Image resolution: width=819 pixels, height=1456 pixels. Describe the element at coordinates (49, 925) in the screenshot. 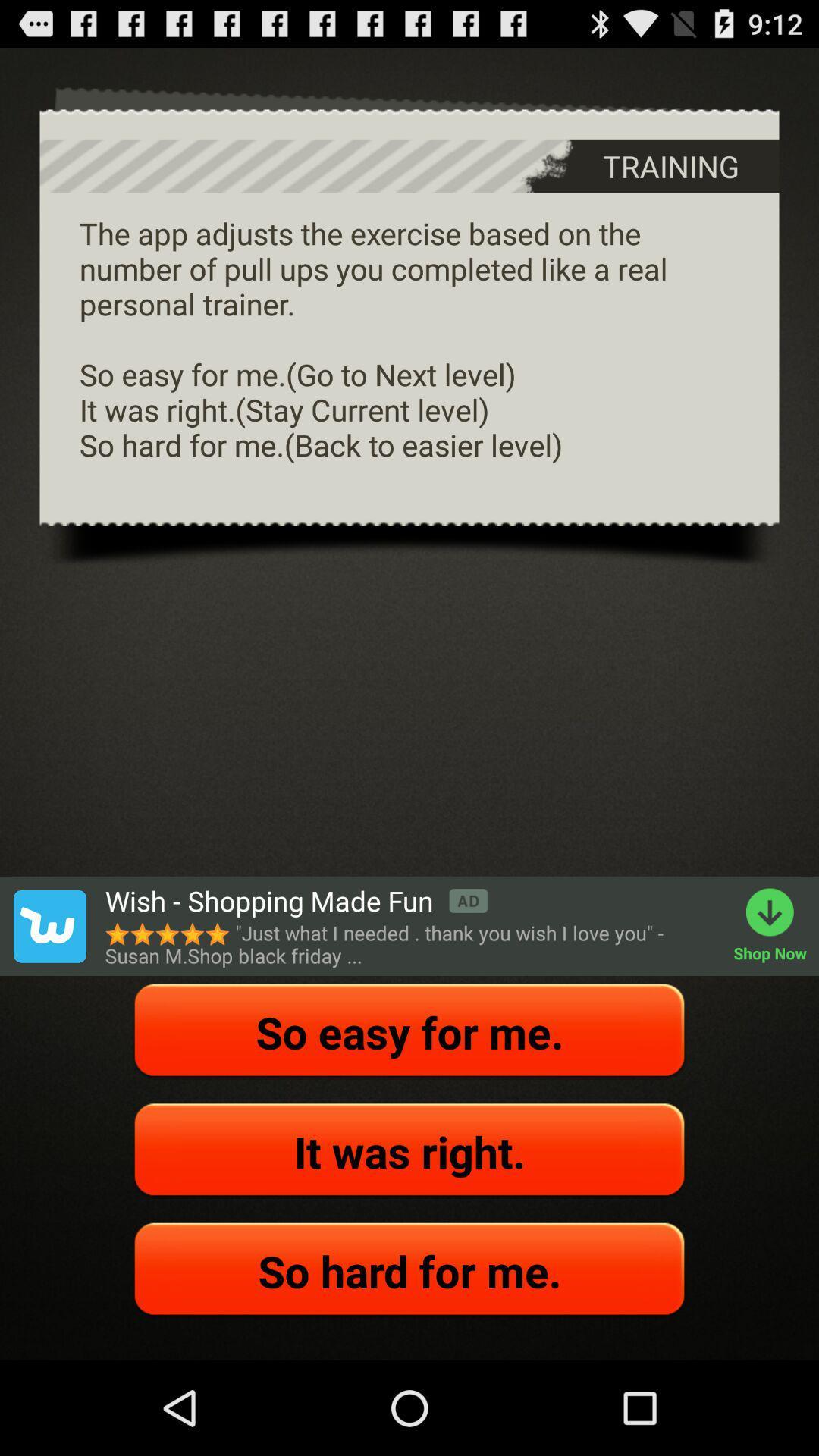

I see `app below the app adjusts item` at that location.